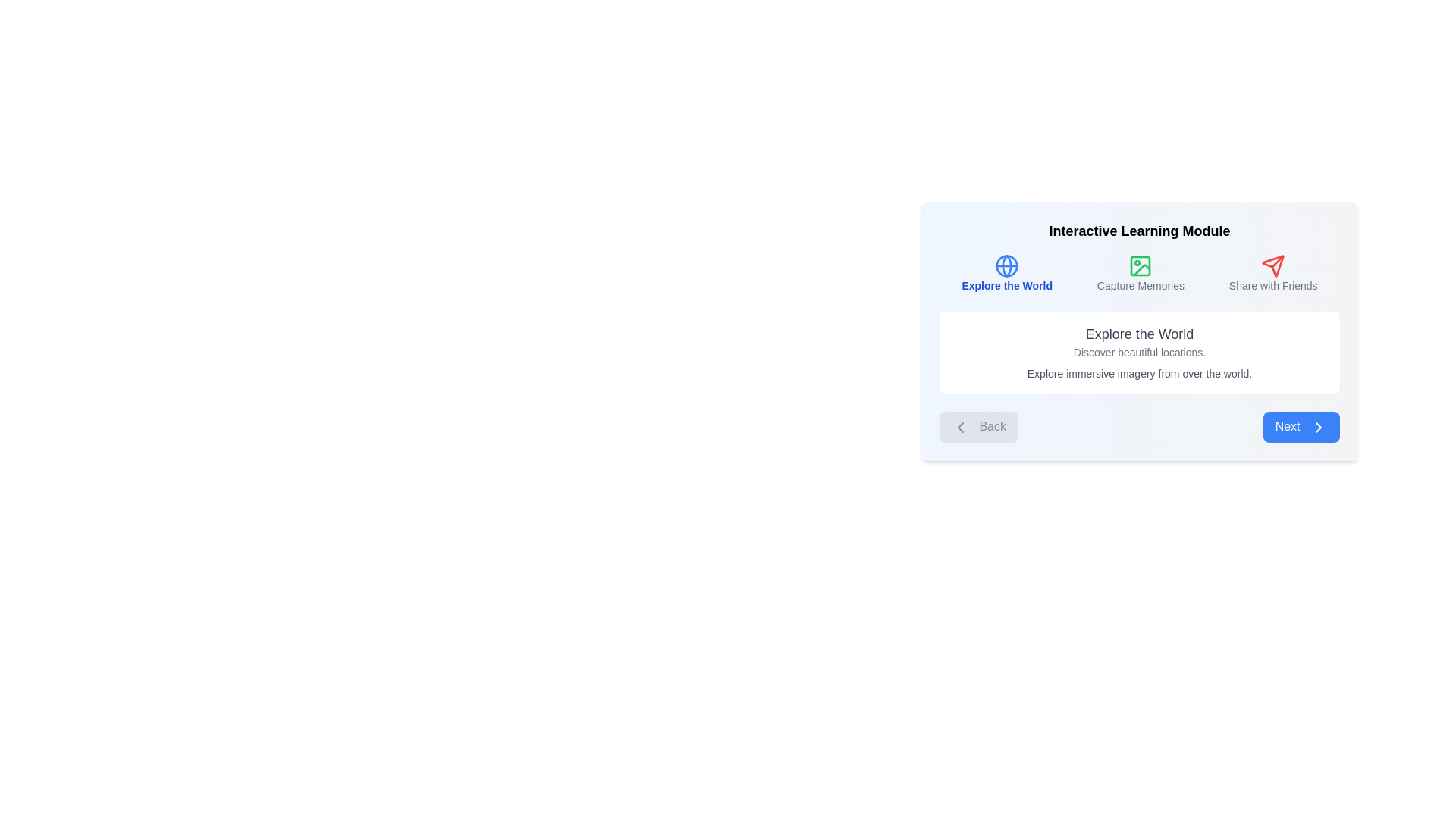 This screenshot has height=819, width=1456. Describe the element at coordinates (1007, 274) in the screenshot. I see `the 'Explore the World' group component, which features a globe icon and is the first option in a horizontally aligned list` at that location.